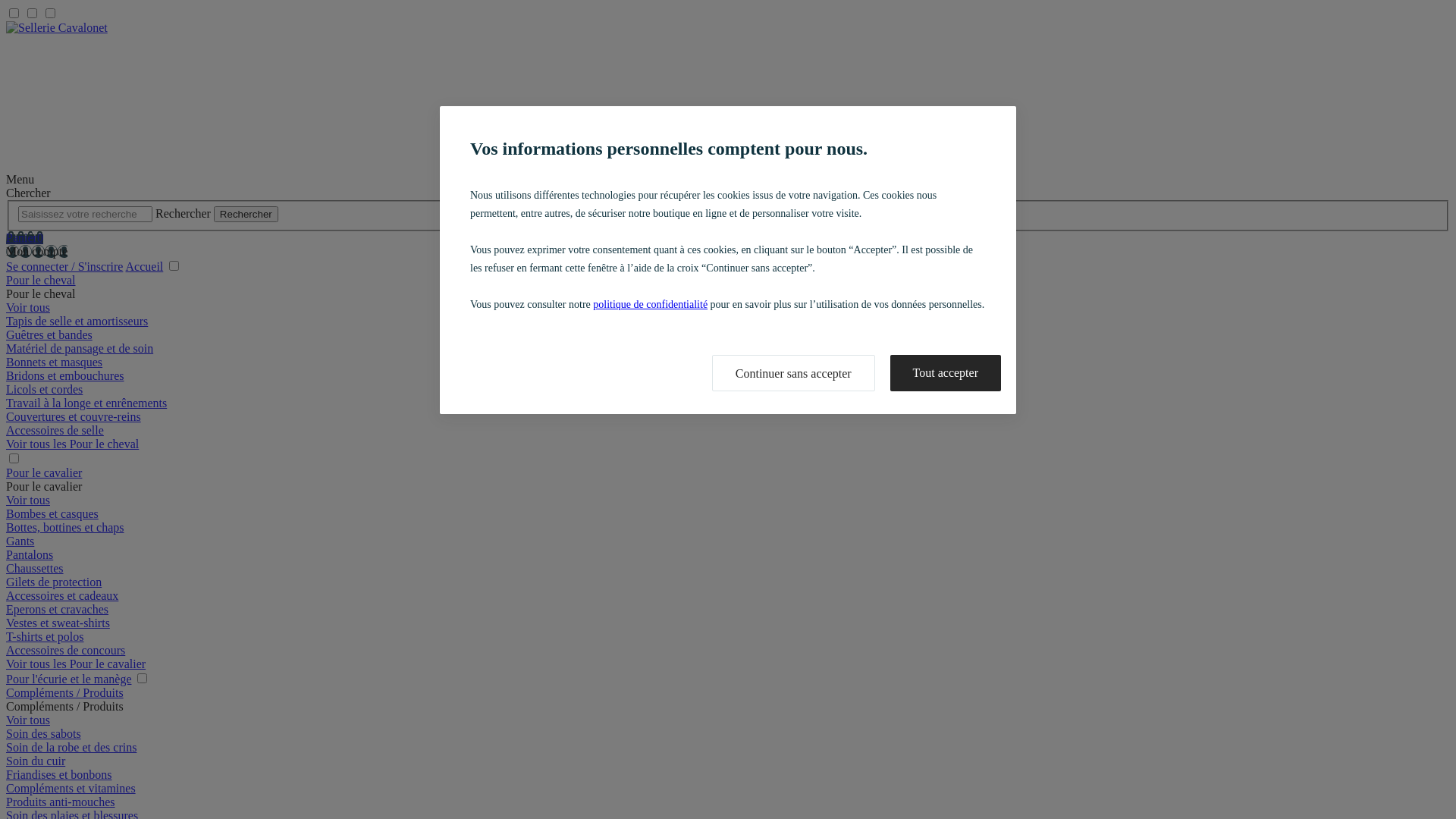 The height and width of the screenshot is (819, 1456). I want to click on 'Produits anti-mouches', so click(6, 801).